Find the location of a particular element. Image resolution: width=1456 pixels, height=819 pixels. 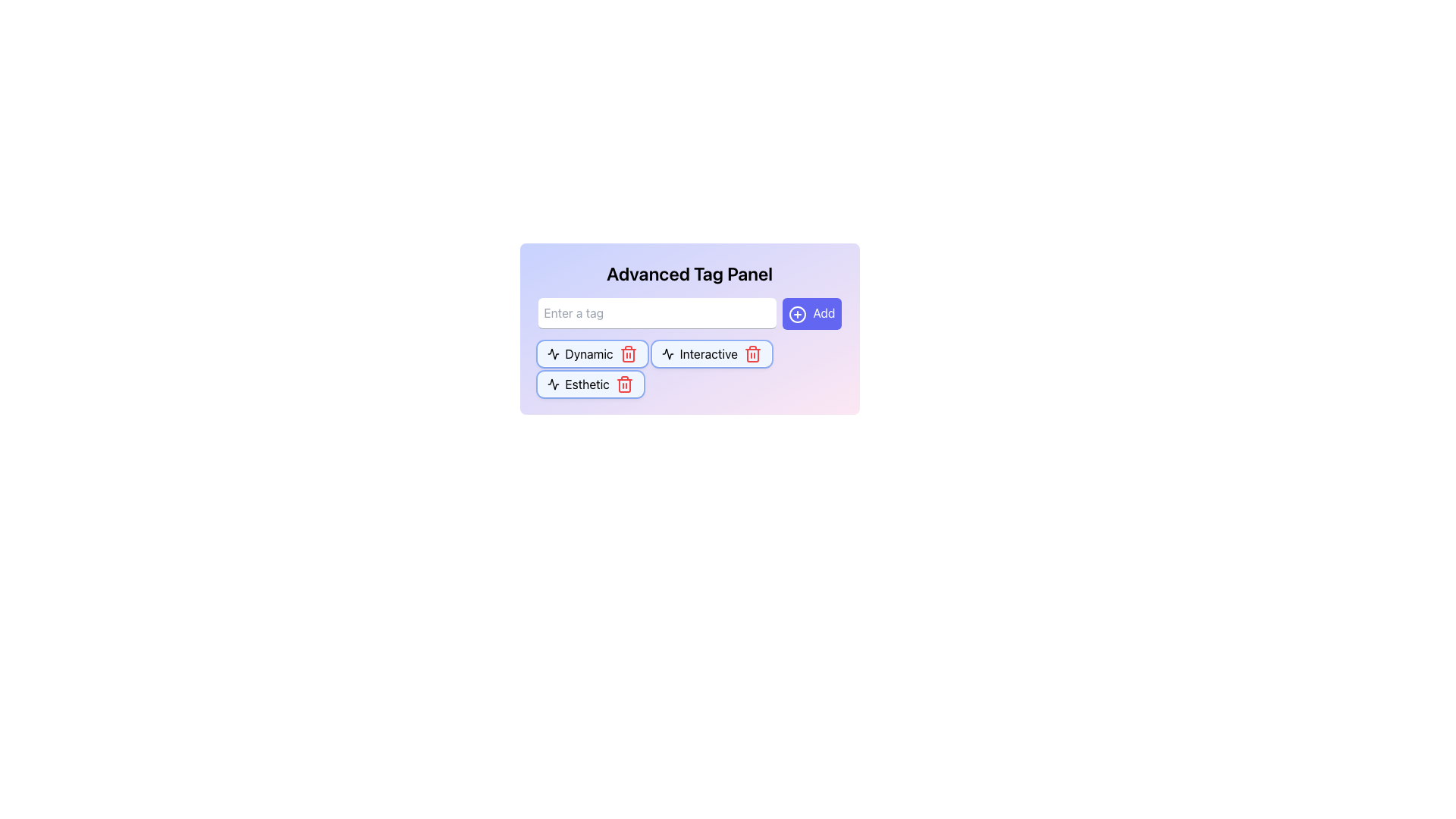

the trash bin icon button located beside the 'Interactive' text label is located at coordinates (753, 355).